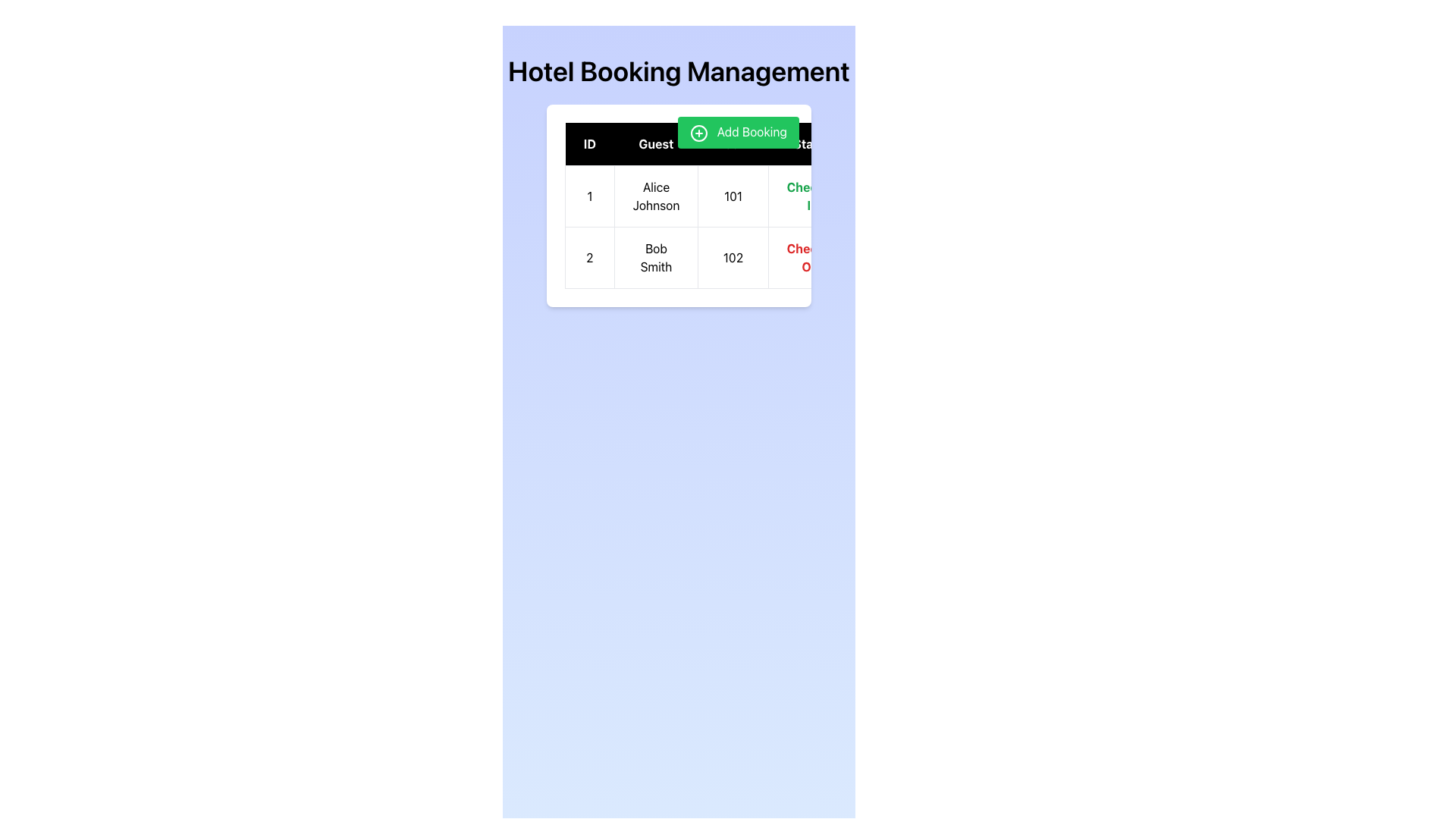 The width and height of the screenshot is (1456, 819). What do you see at coordinates (588, 144) in the screenshot?
I see `the leftmost header cell representing the 'ID' column in the table for possible sorting action` at bounding box center [588, 144].